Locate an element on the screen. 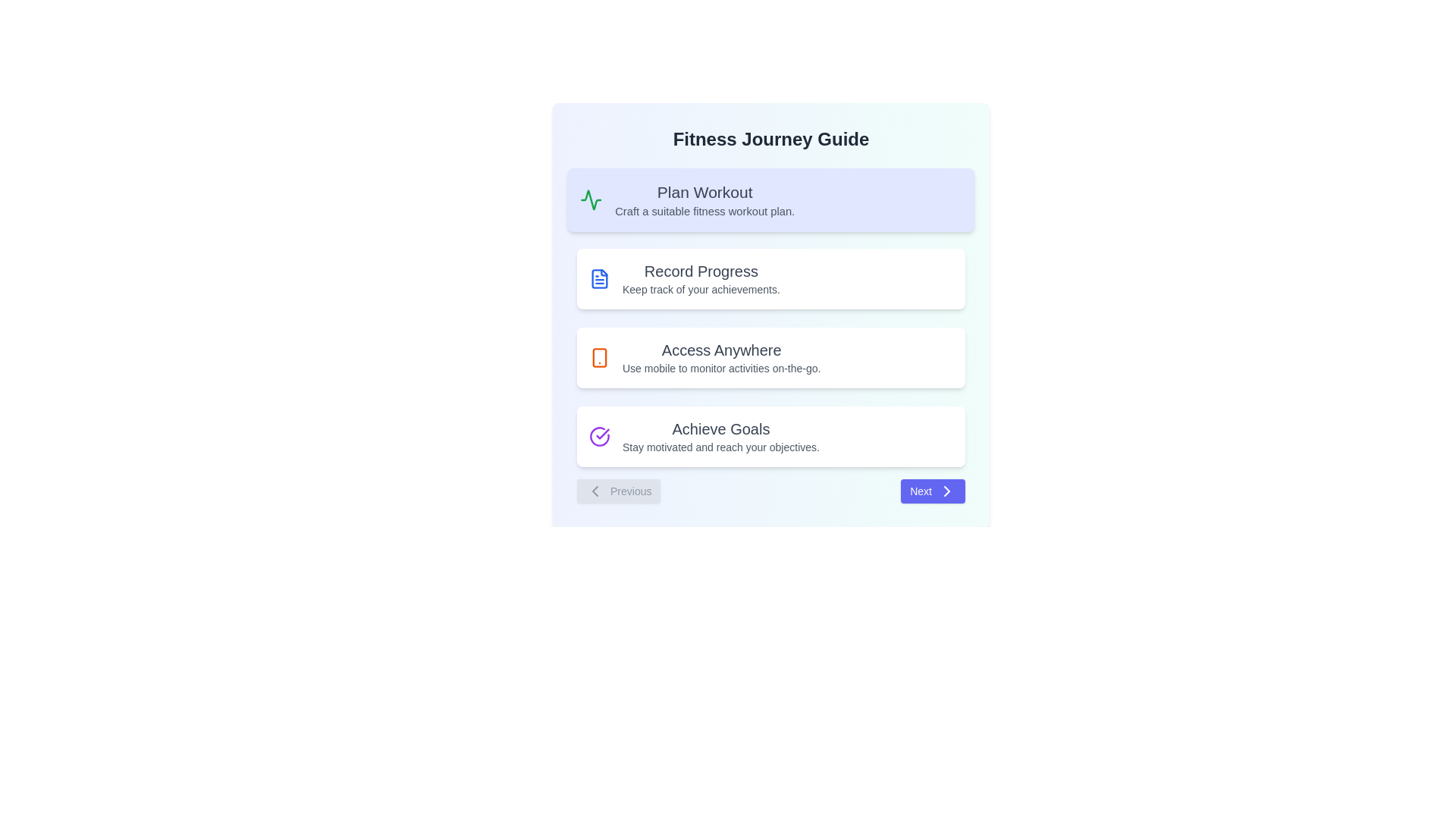  the third card in the vertical list that describes the feature of monitoring activities remotely through a mobile device, positioned between 'Record Progress' and 'Achieve Goals' is located at coordinates (771, 357).